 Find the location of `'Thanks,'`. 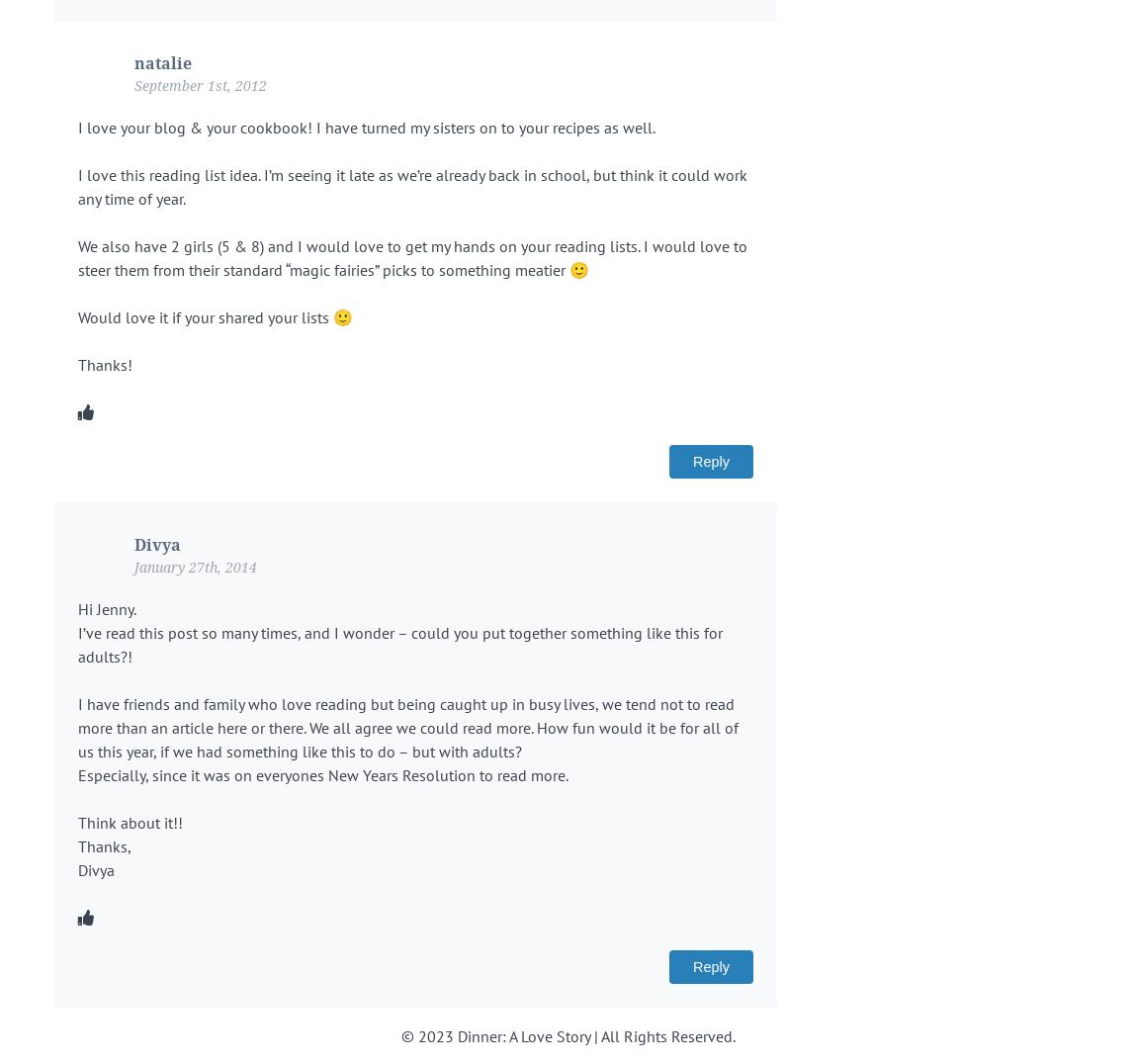

'Thanks,' is located at coordinates (104, 845).